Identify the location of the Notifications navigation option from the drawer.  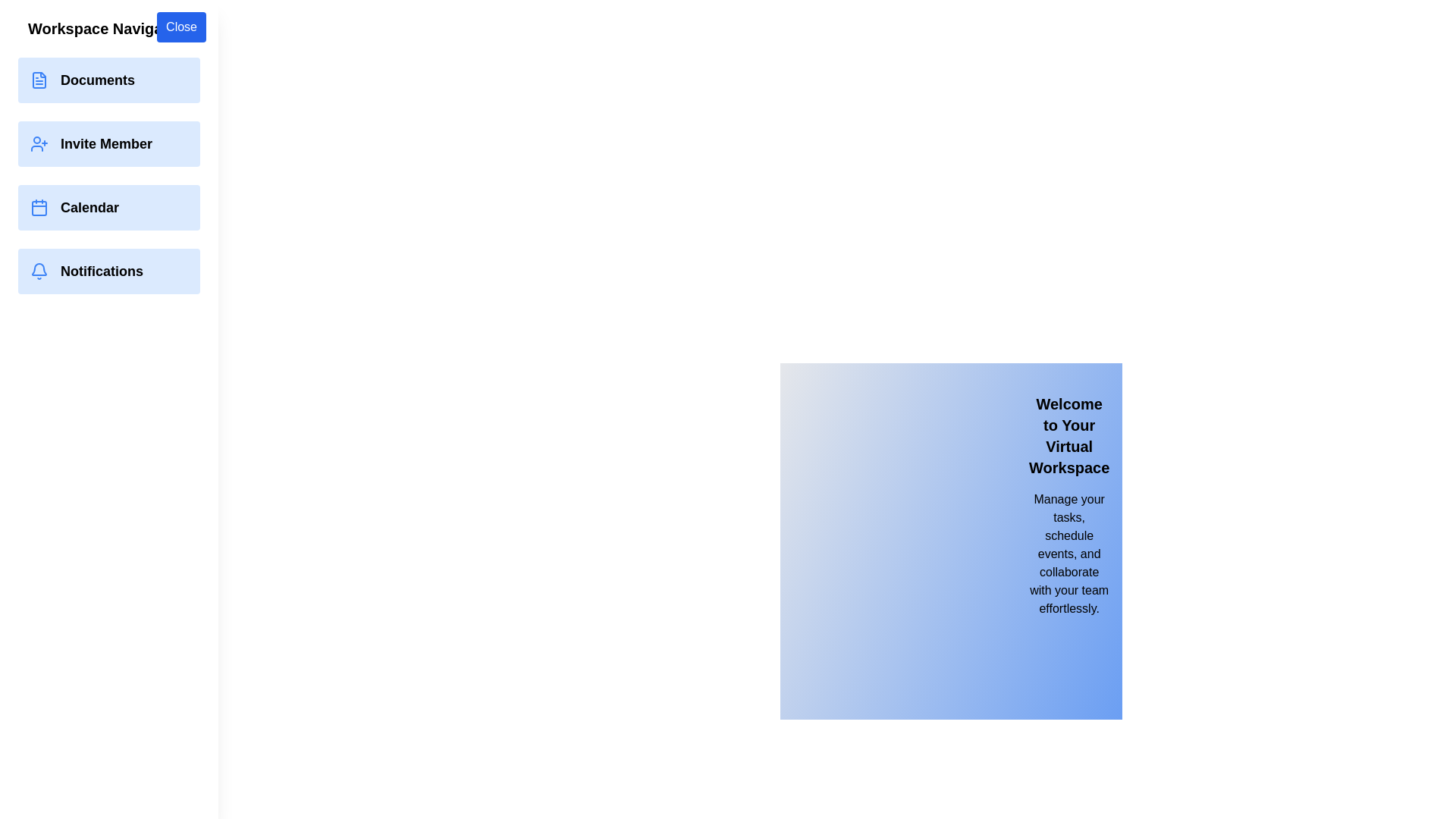
(108, 271).